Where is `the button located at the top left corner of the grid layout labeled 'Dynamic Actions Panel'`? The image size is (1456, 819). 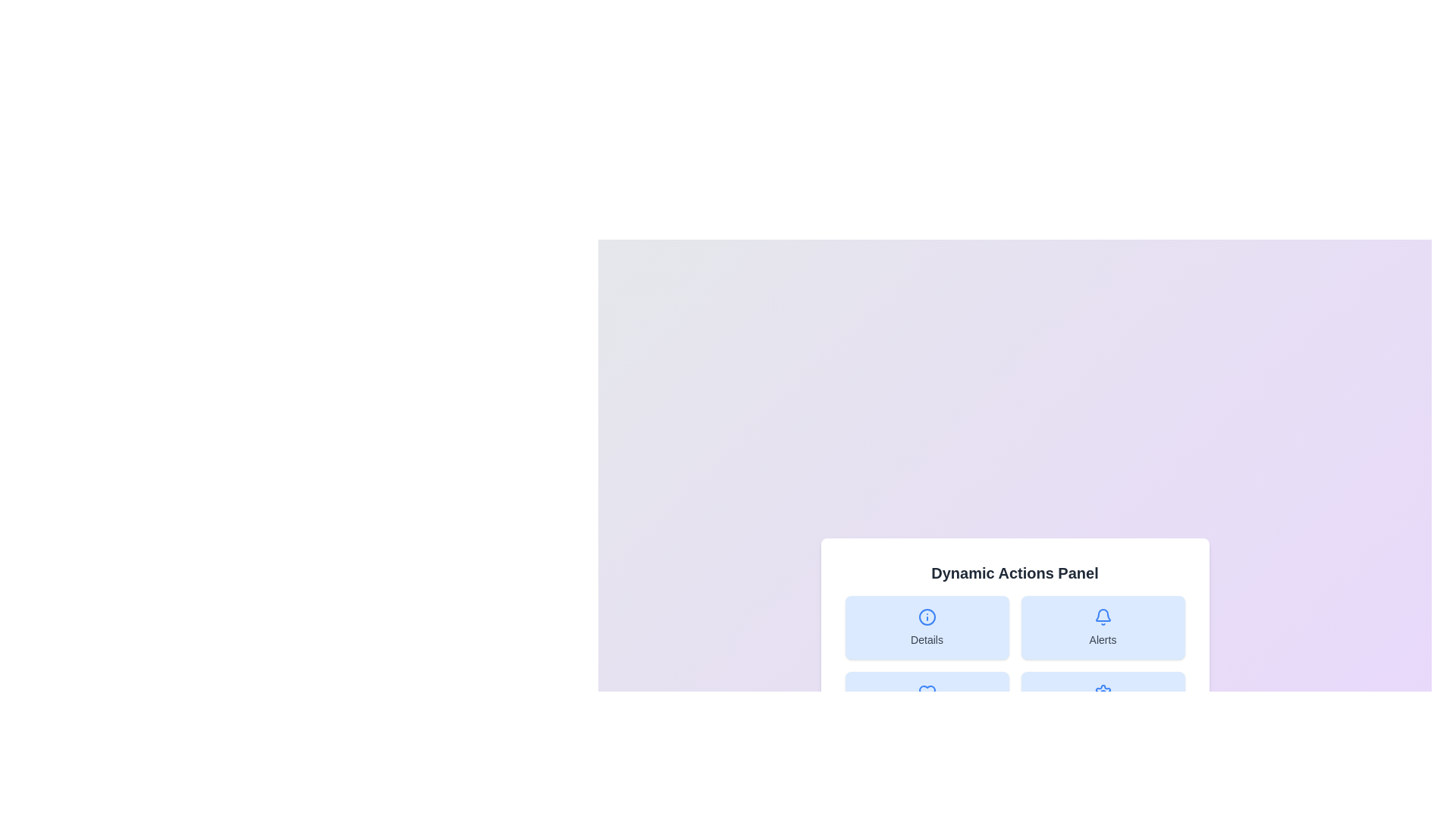 the button located at the top left corner of the grid layout labeled 'Dynamic Actions Panel' is located at coordinates (926, 628).